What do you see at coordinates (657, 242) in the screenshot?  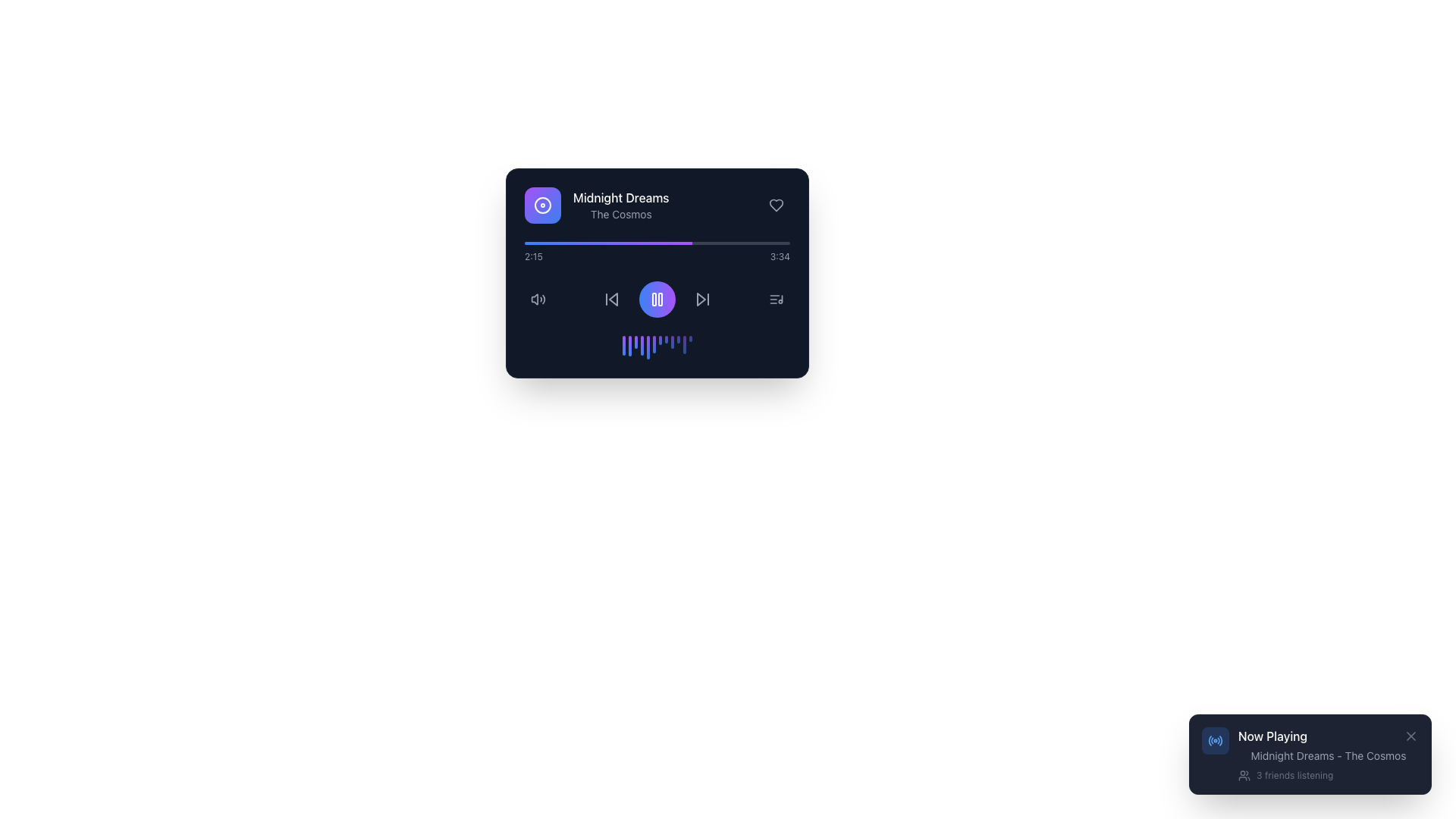 I see `the progress bar that displays the current progress of a playing audio track` at bounding box center [657, 242].